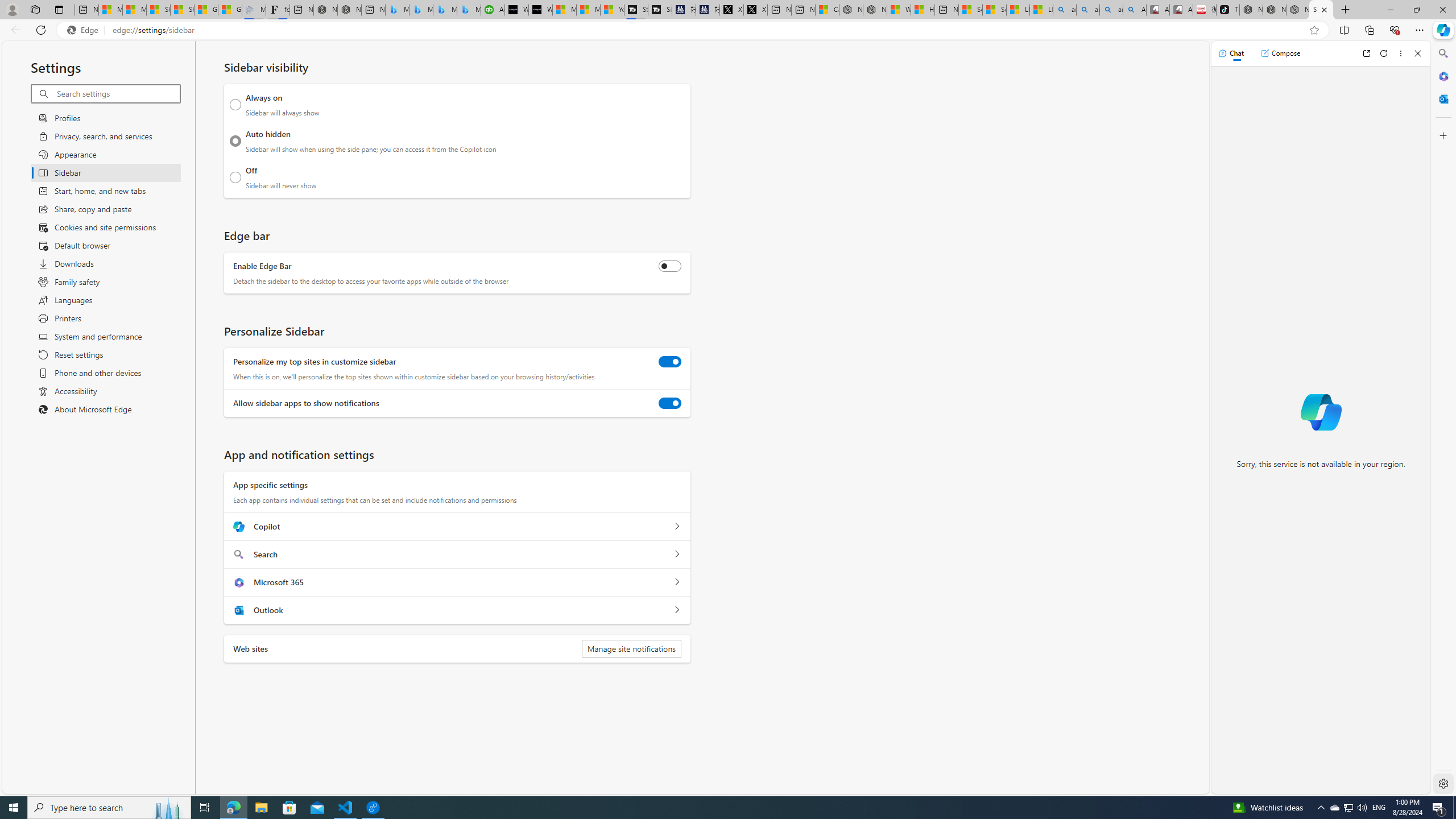 Image resolution: width=1456 pixels, height=819 pixels. I want to click on 'Microsoft Bing Travel - Stays in Bangkok, Bangkok, Thailand', so click(421, 9).